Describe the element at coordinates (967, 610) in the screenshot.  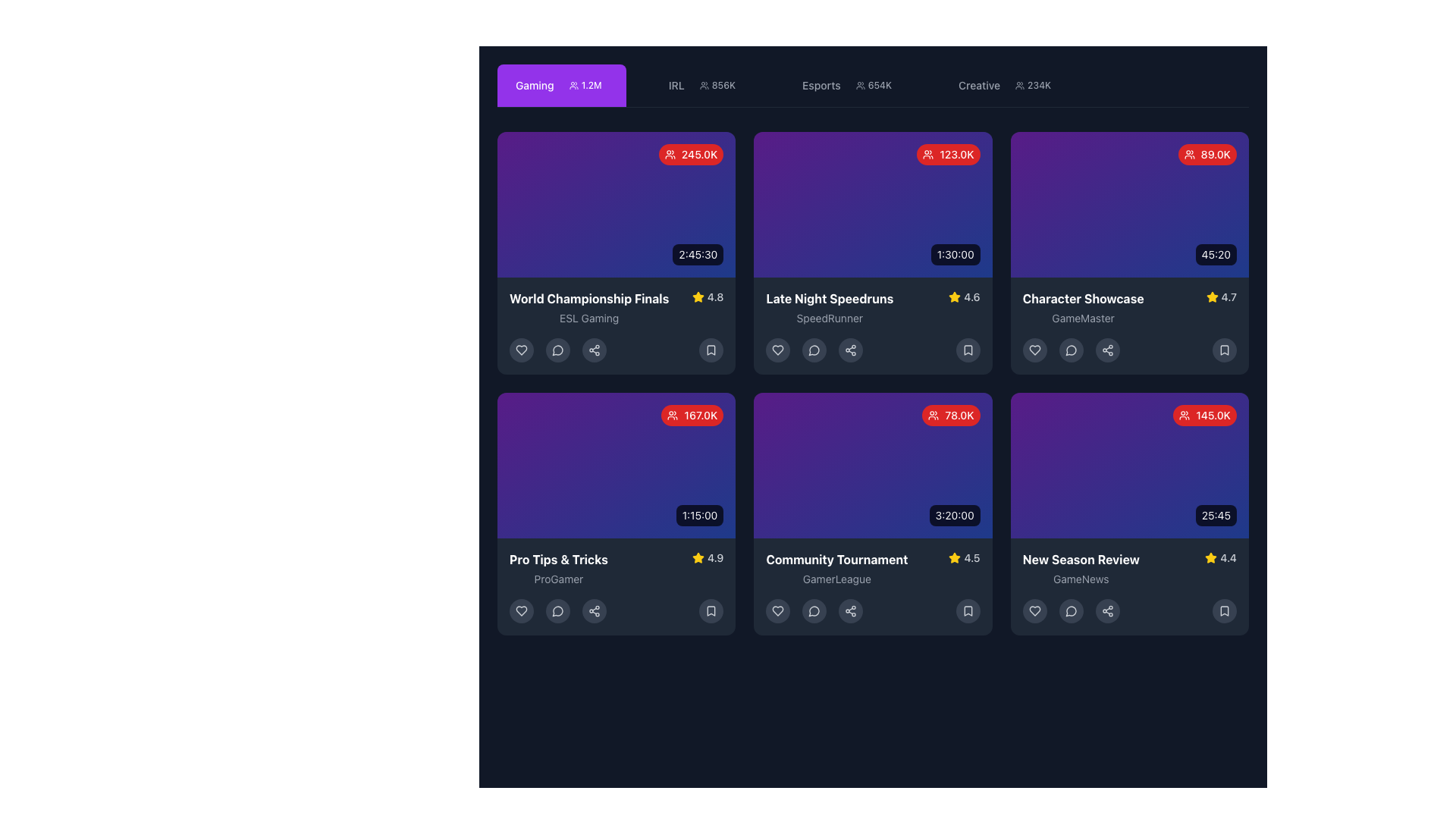
I see `the bookmarking icon located in the bottom-right corner of the 'Community Tournament' card` at that location.